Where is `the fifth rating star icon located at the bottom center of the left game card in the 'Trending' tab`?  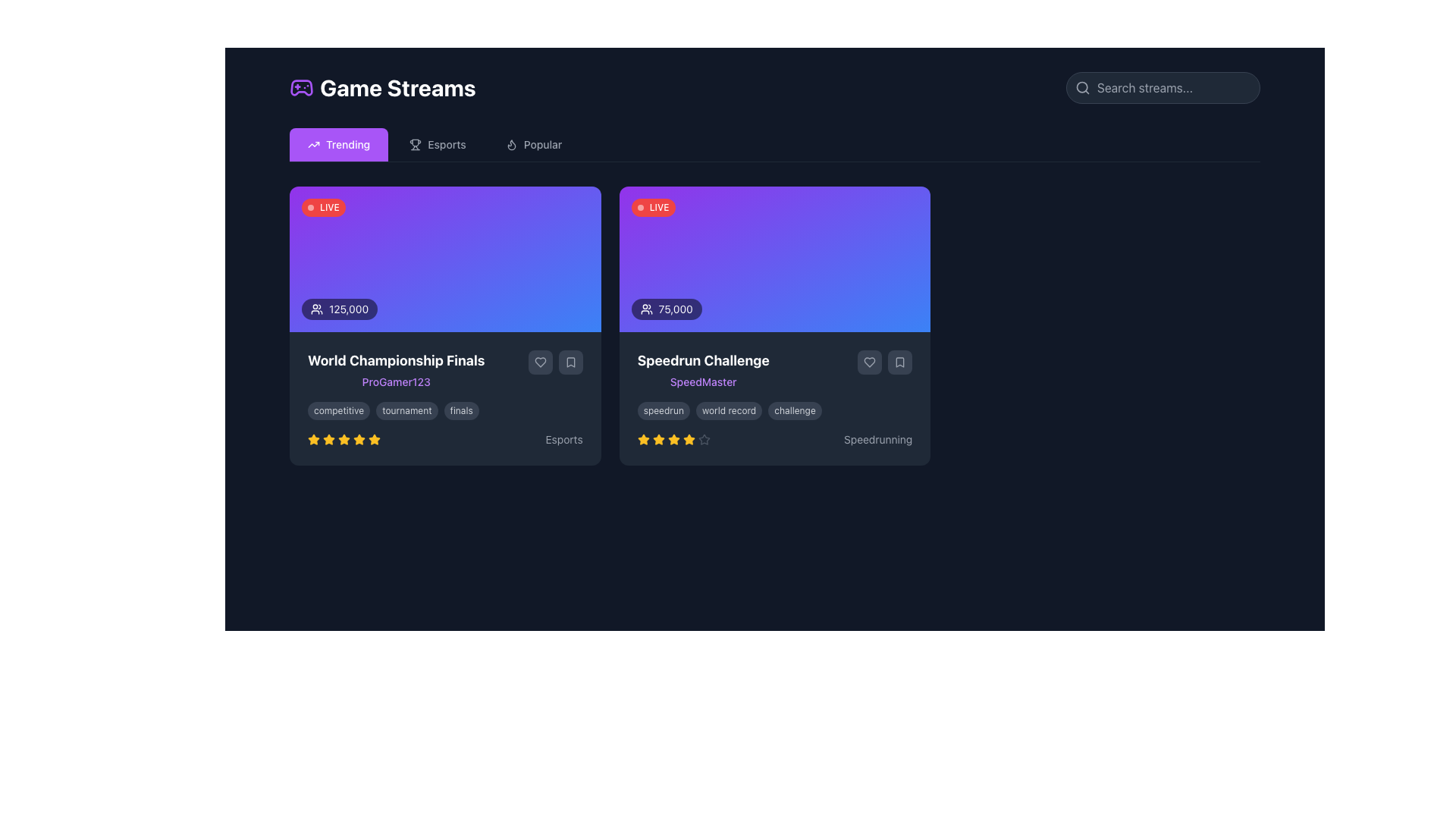 the fifth rating star icon located at the bottom center of the left game card in the 'Trending' tab is located at coordinates (375, 439).